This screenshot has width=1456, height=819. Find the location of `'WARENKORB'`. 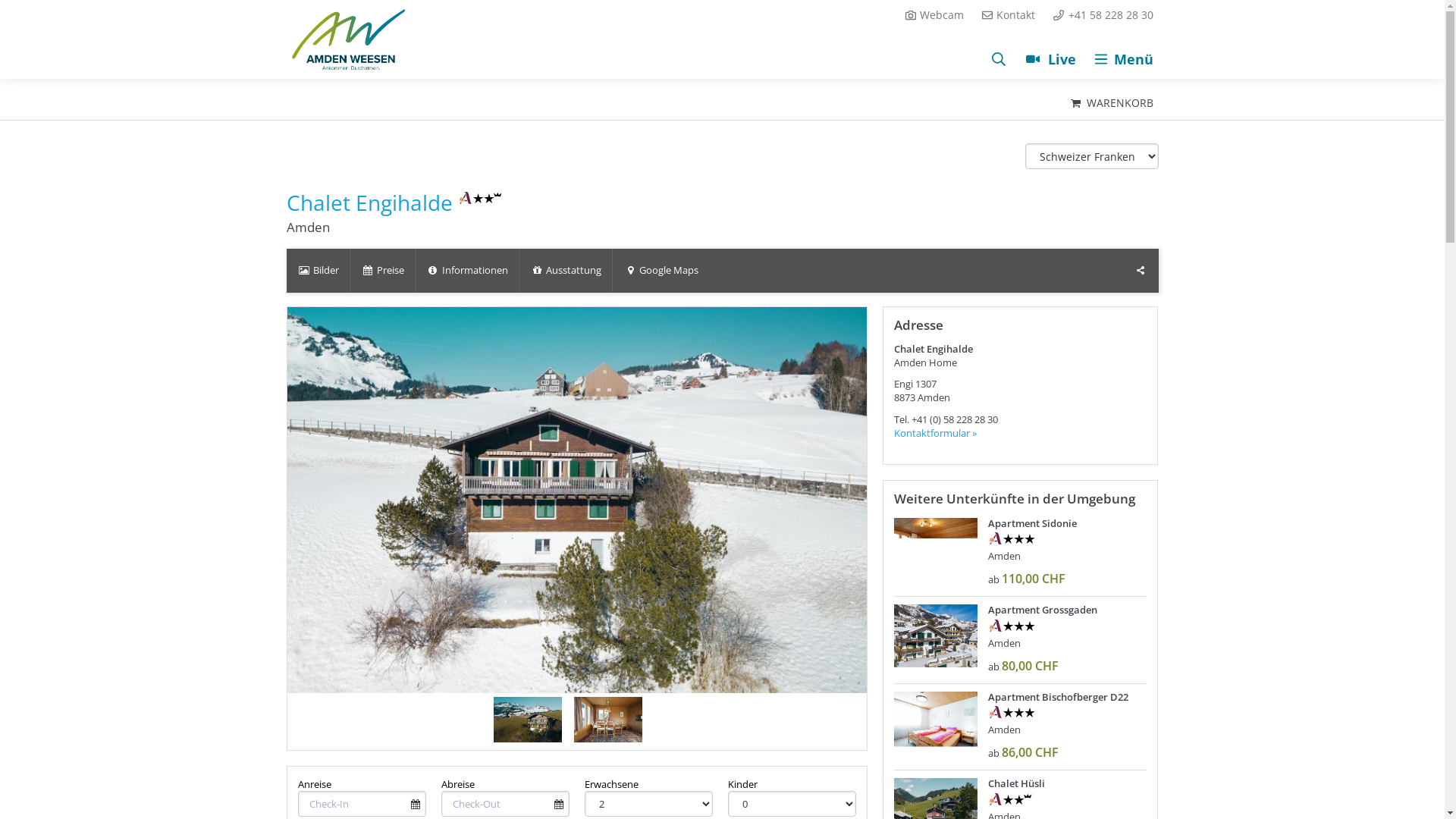

'WARENKORB' is located at coordinates (1062, 102).